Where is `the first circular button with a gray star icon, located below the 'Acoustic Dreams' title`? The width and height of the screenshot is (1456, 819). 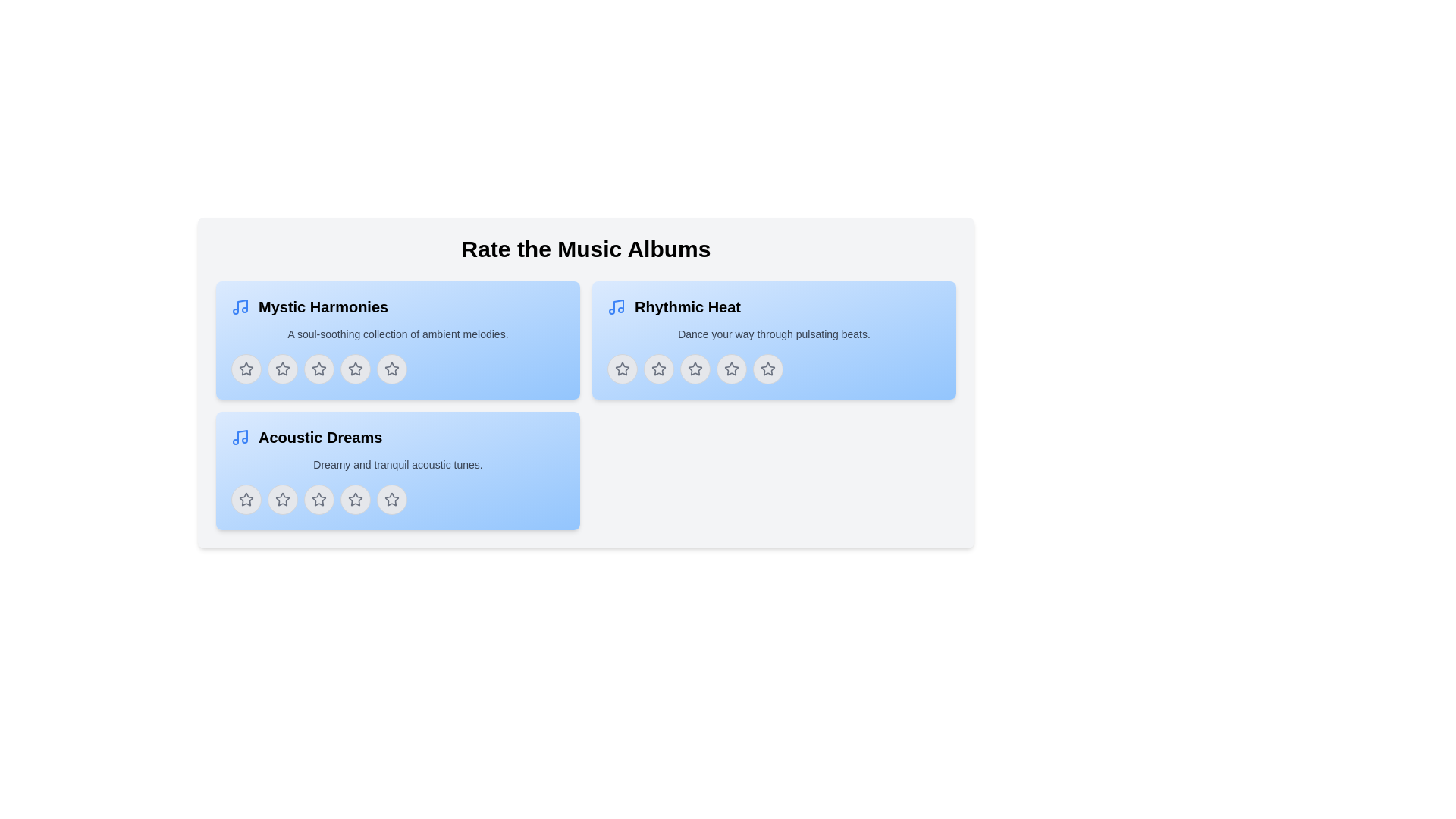
the first circular button with a gray star icon, located below the 'Acoustic Dreams' title is located at coordinates (246, 500).